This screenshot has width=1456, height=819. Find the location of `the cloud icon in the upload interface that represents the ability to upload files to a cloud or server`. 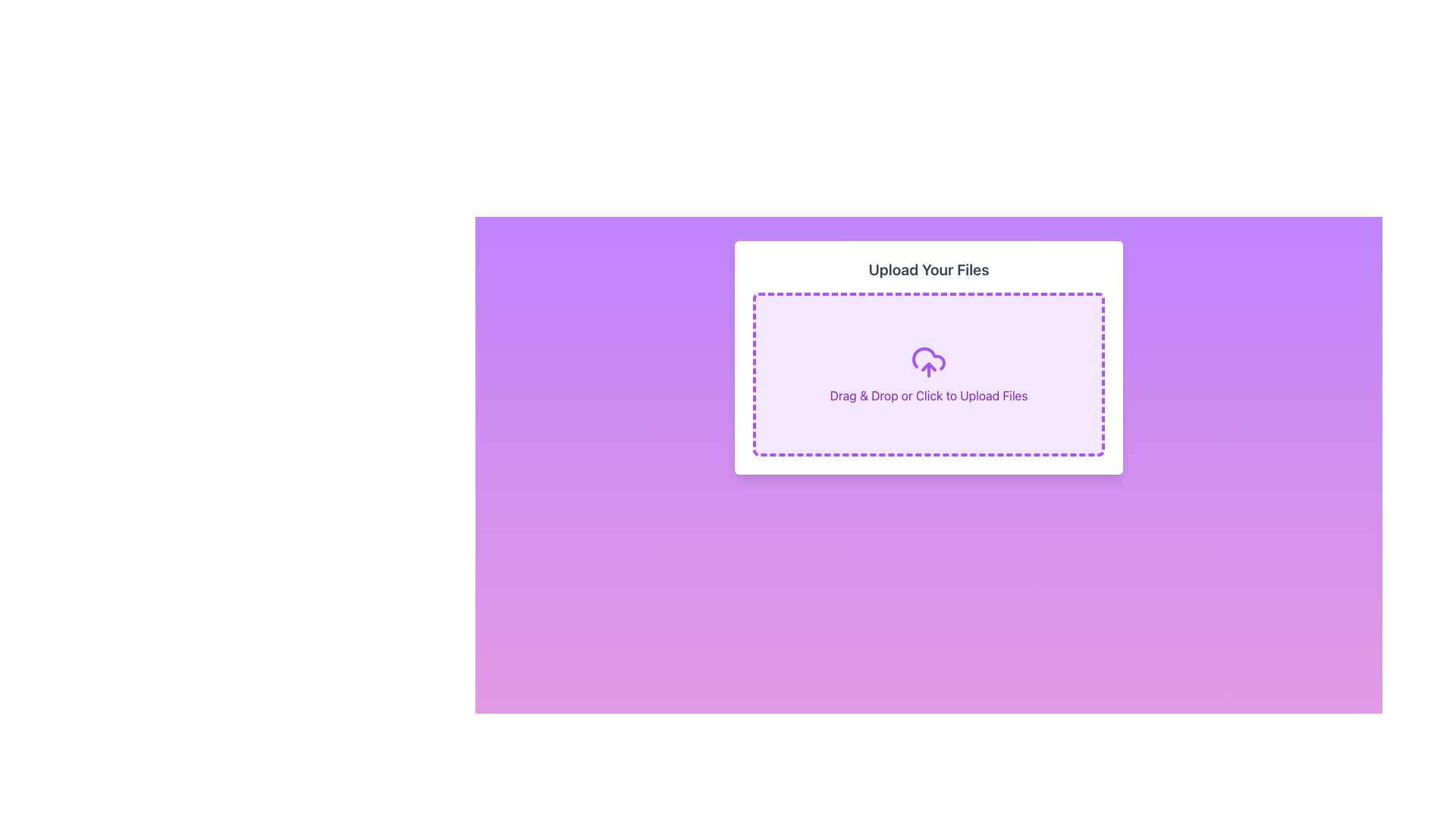

the cloud icon in the upload interface that represents the ability to upload files to a cloud or server is located at coordinates (927, 359).